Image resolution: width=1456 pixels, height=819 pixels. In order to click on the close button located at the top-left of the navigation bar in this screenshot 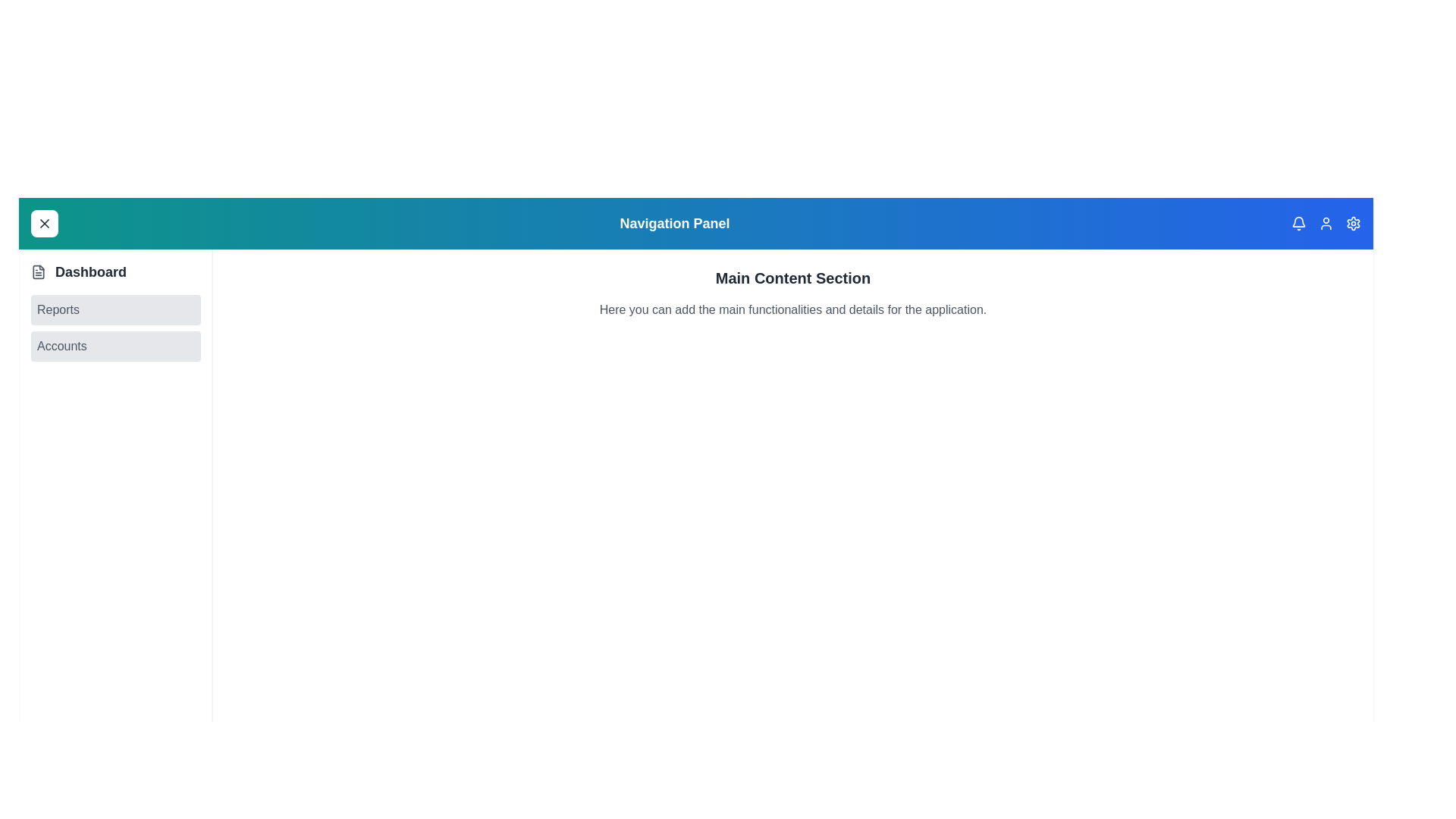, I will do `click(44, 223)`.